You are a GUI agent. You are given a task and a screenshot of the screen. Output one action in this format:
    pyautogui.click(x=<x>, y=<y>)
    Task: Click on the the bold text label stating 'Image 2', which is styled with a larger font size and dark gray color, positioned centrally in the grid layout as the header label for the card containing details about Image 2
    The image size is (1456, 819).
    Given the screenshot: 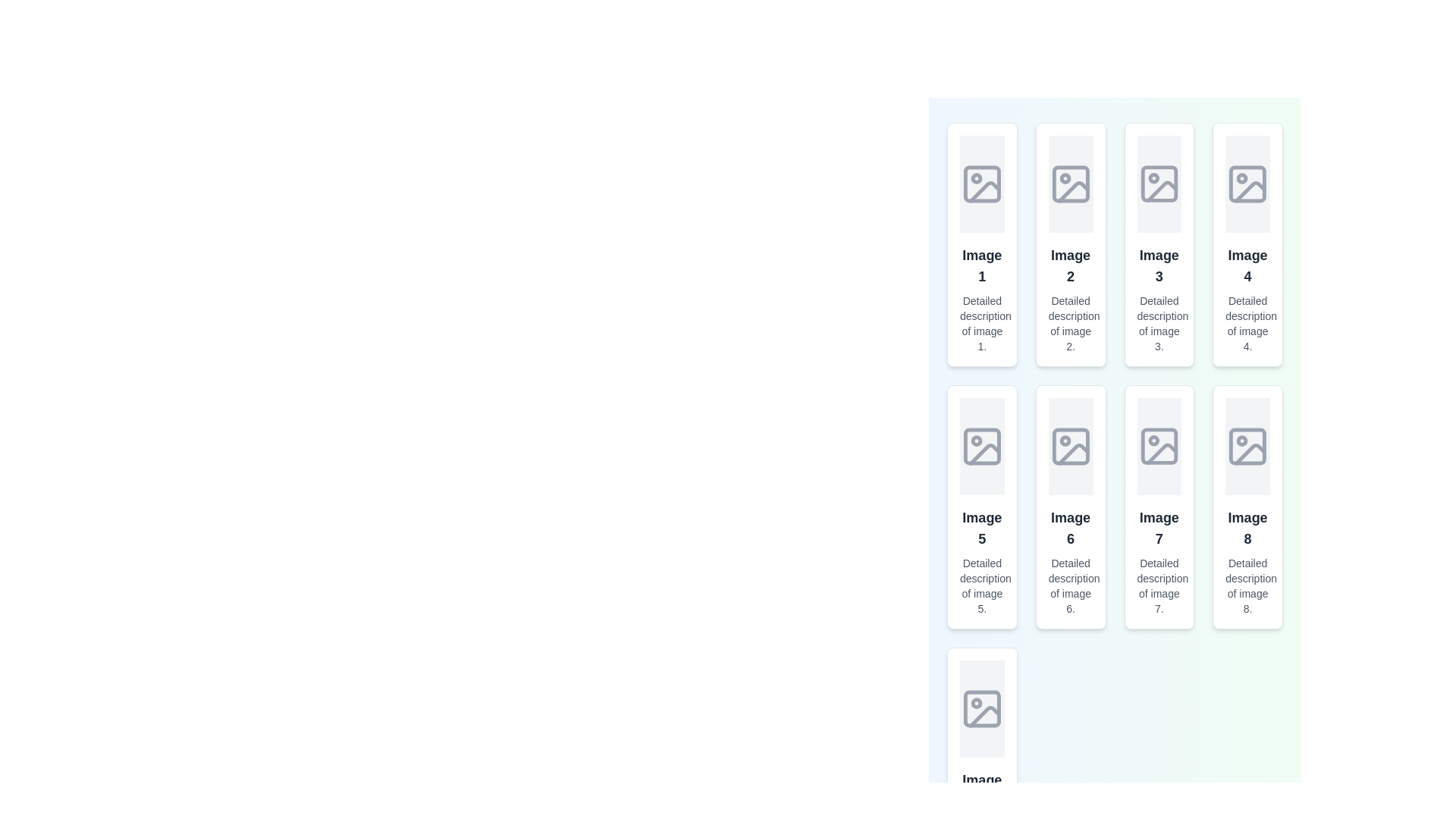 What is the action you would take?
    pyautogui.click(x=1070, y=265)
    